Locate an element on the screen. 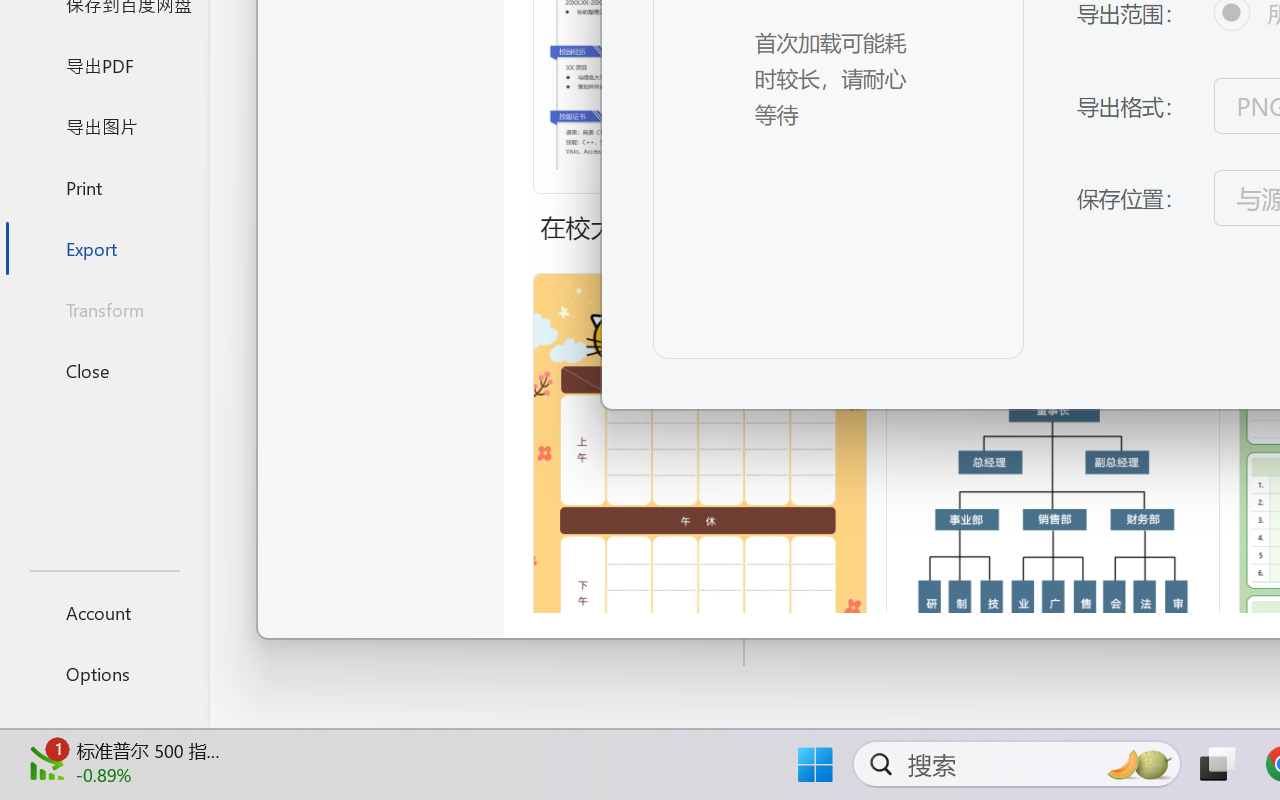 This screenshot has height=800, width=1280. 'Options' is located at coordinates (103, 673).